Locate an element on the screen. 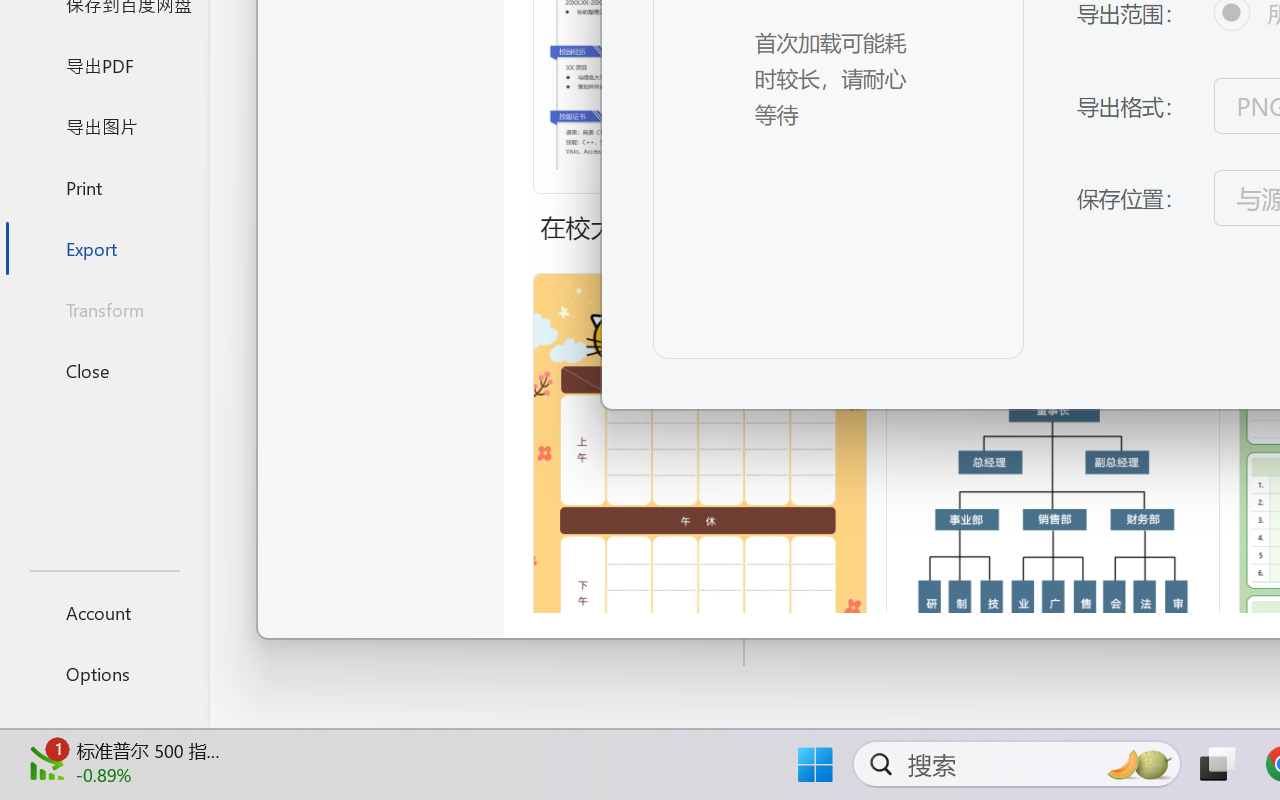 This screenshot has height=800, width=1280. 'Options' is located at coordinates (103, 673).